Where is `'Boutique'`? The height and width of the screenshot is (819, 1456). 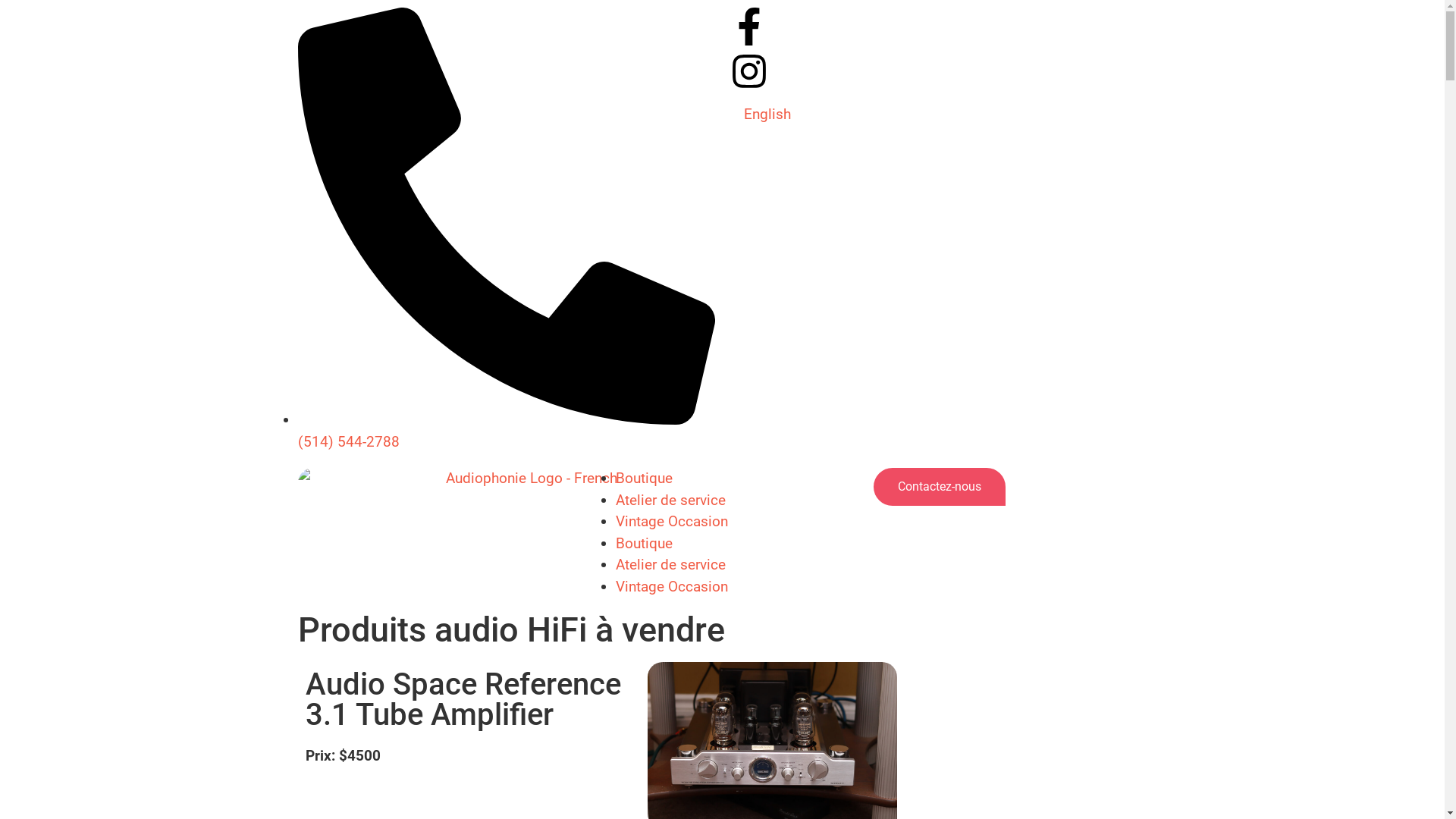 'Boutique' is located at coordinates (615, 541).